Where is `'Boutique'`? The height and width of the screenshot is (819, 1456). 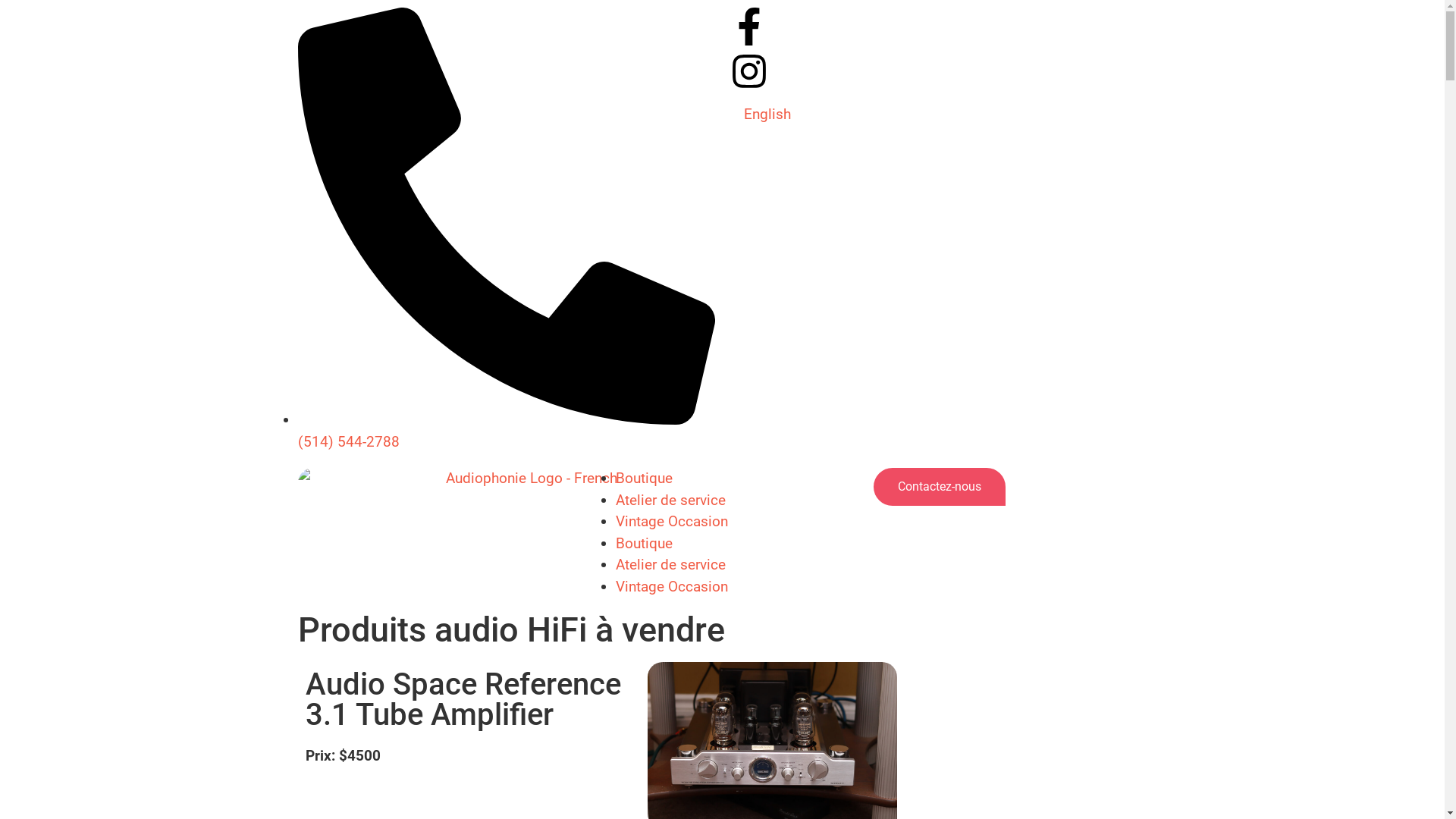 'Boutique' is located at coordinates (615, 541).